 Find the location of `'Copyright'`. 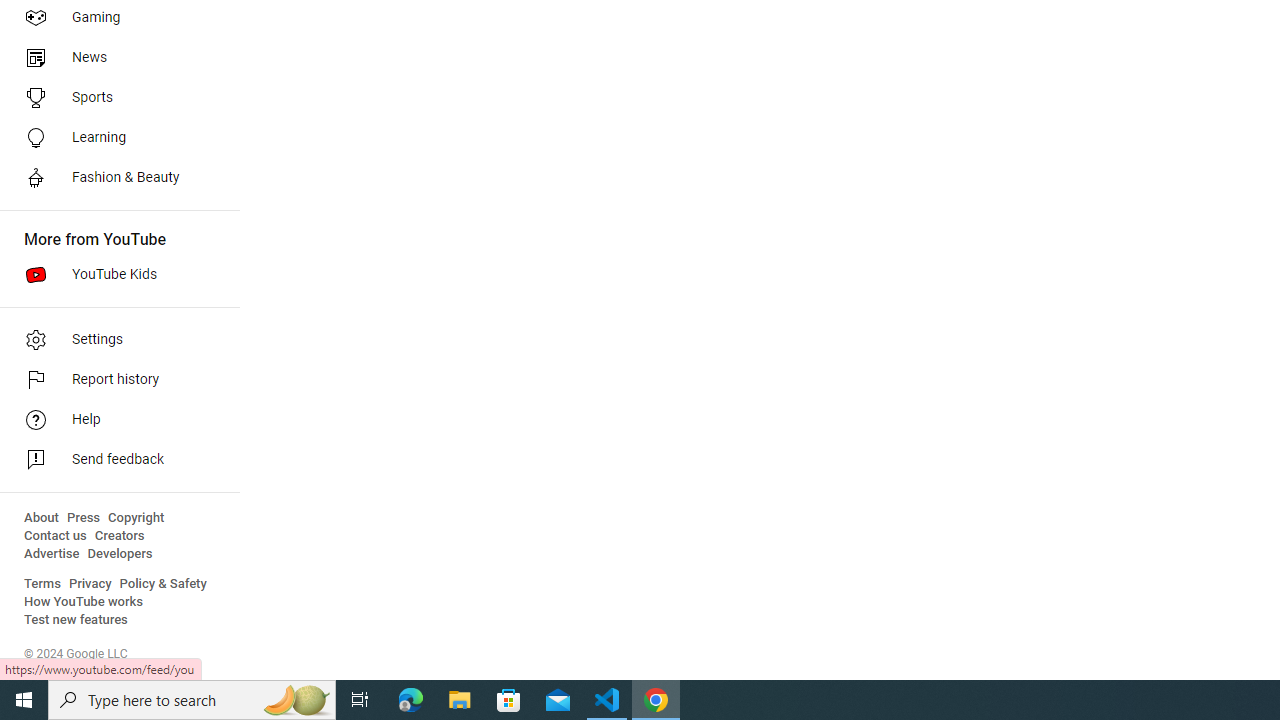

'Copyright' is located at coordinates (135, 517).